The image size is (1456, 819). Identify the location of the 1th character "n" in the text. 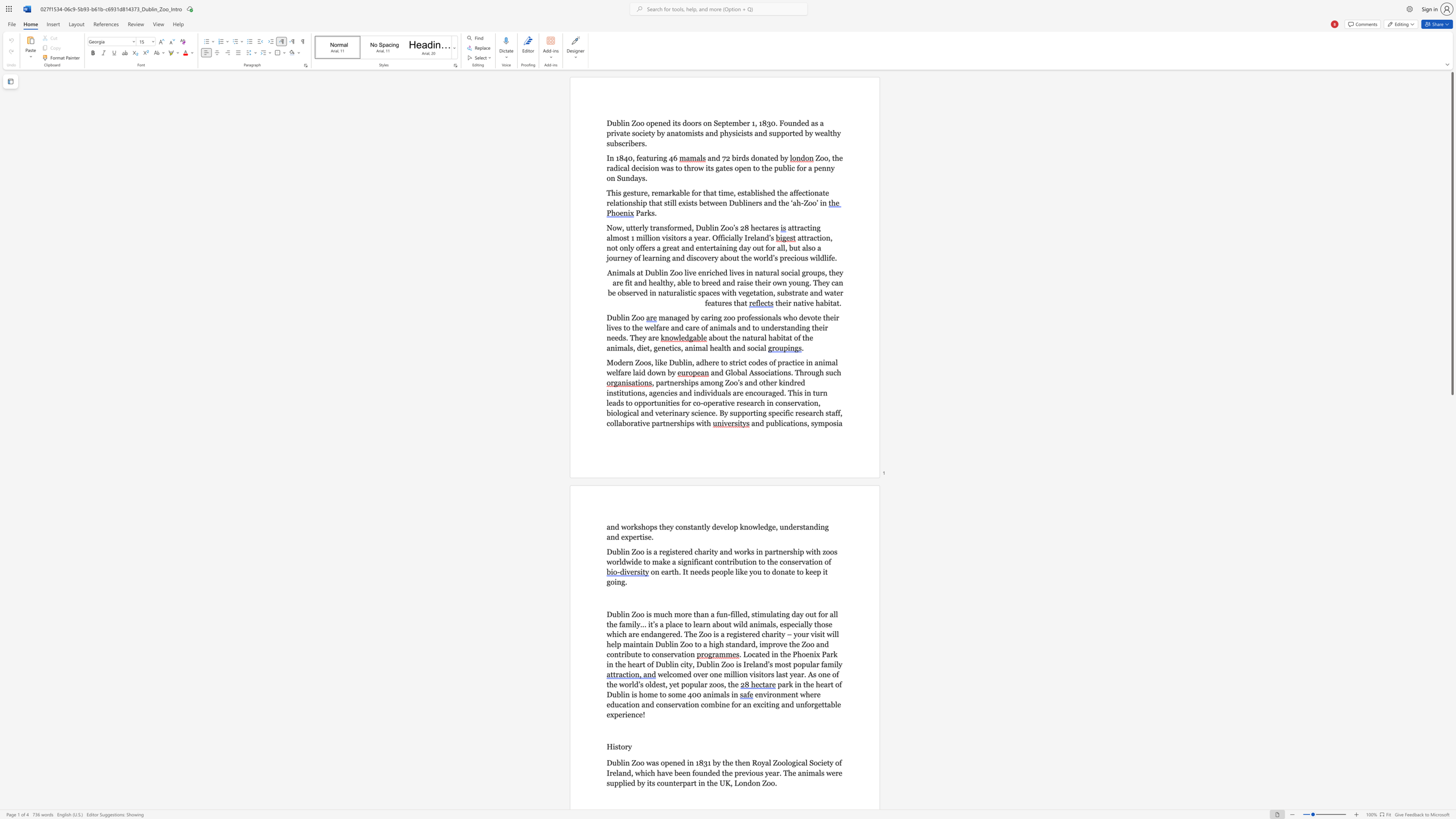
(627, 317).